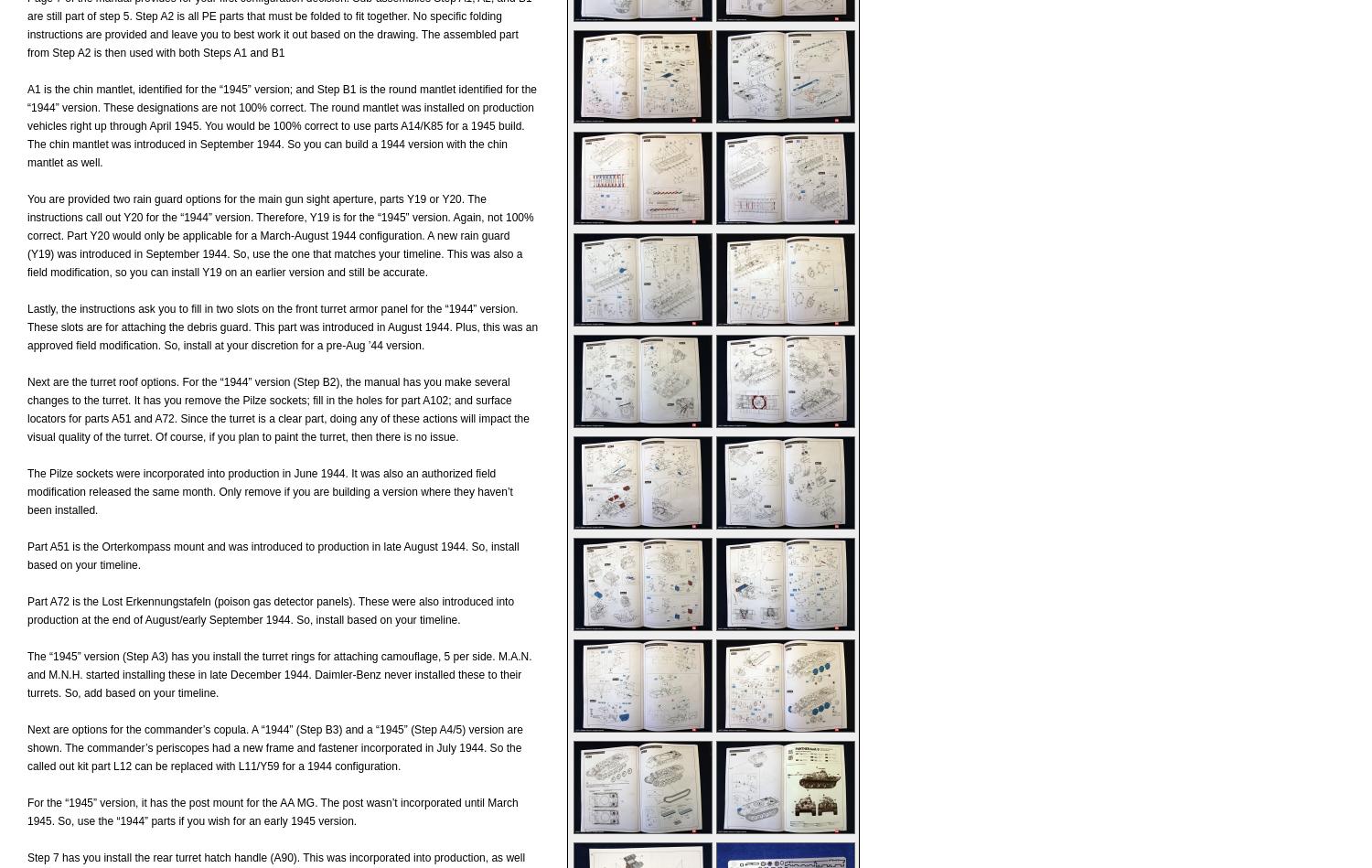 This screenshot has width=1372, height=868. Describe the element at coordinates (282, 125) in the screenshot. I see `'A1 is the chin mantlet, identified for the “1945” version; and Step B1 is the round mantlet identified for the “1944” version. These designations are not 100% correct. The round mantlet was installed on production vehicles right up through April 1945. You would be 100% correct to use parts A14/K85 for a 1945 build. The chin mantlet was introduced in September 1944. So you can build a 1944 version with the chin mantlet as well.'` at that location.